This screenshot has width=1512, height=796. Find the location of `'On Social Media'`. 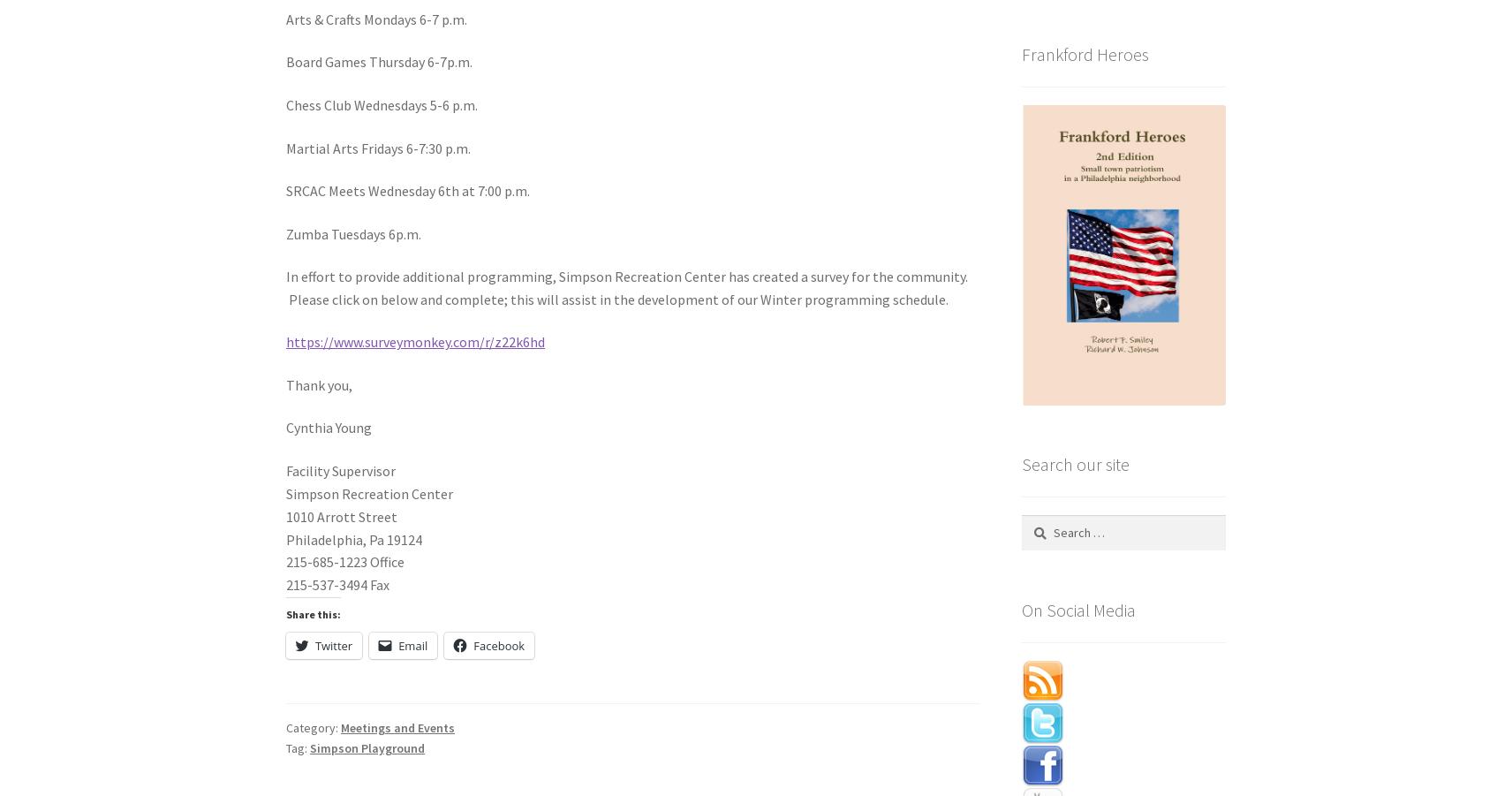

'On Social Media' is located at coordinates (1020, 609).